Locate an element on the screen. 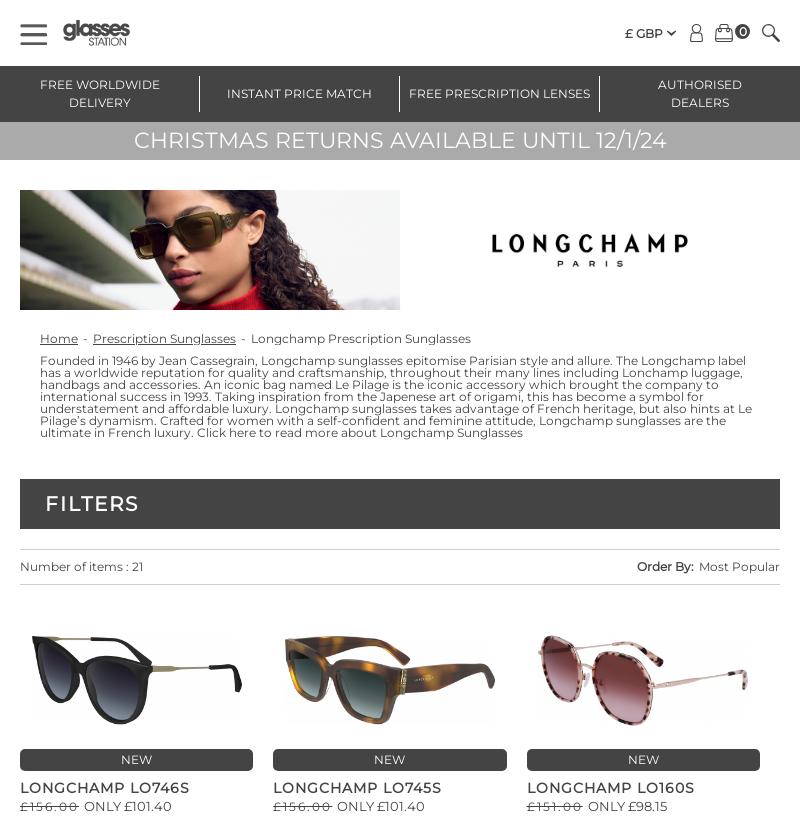  'Authorised Dealers' is located at coordinates (657, 92).